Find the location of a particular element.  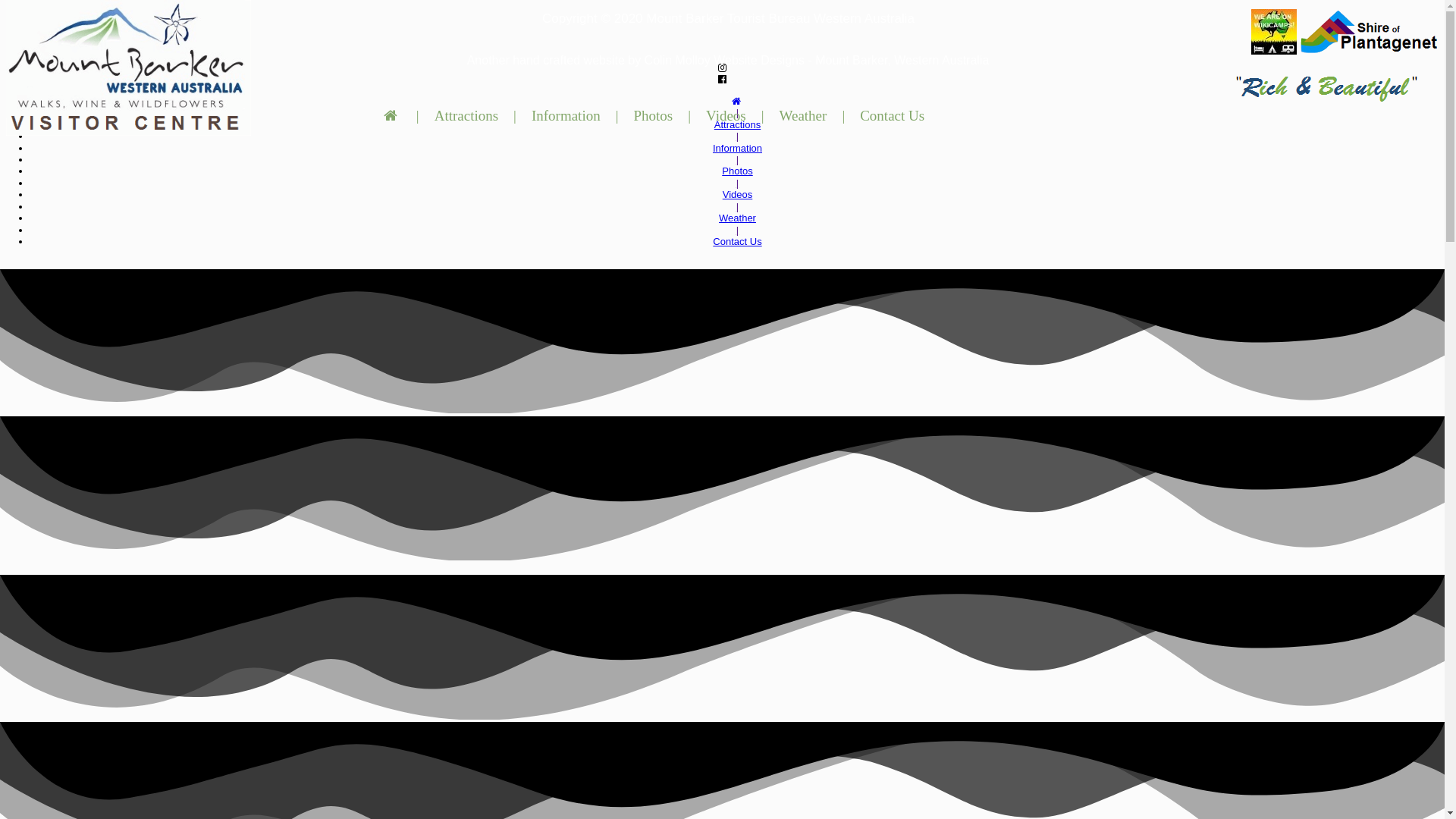

' ' is located at coordinates (392, 115).